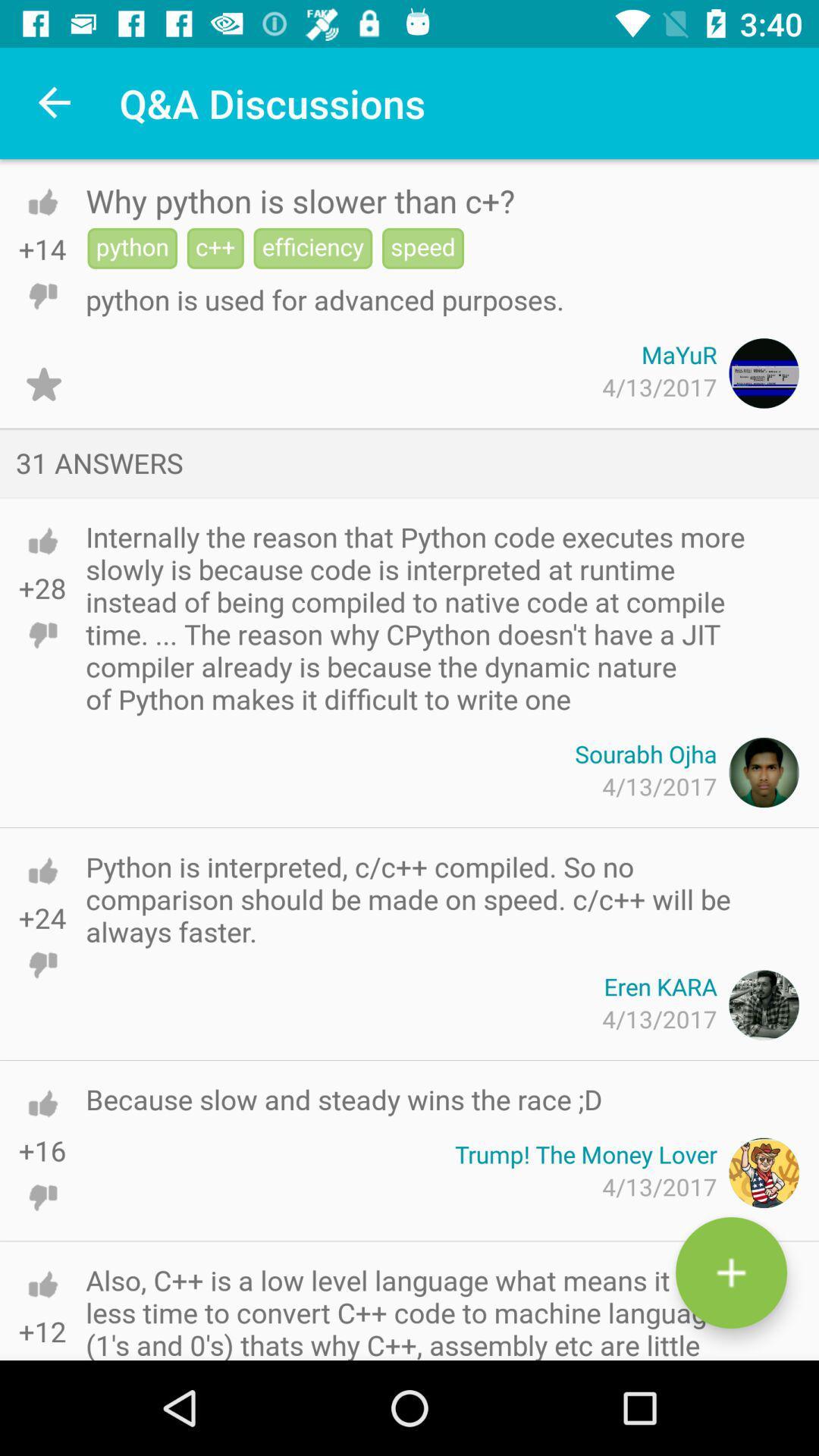  What do you see at coordinates (42, 964) in the screenshot?
I see `dislike option` at bounding box center [42, 964].